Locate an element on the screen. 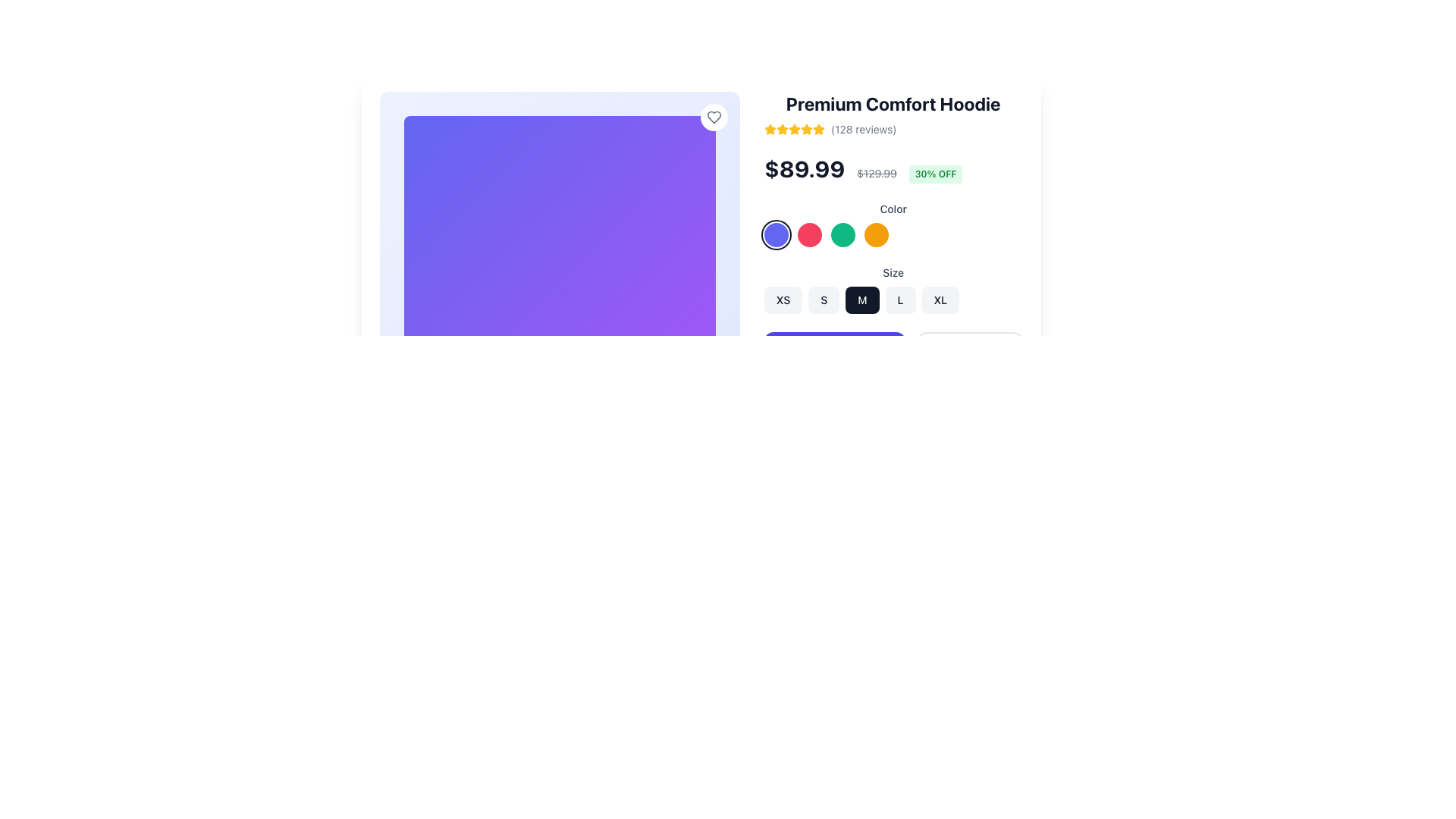 The image size is (1456, 819). price details from the price display section of the Text label group, which includes the current price ($89.99) and the original price ($129.99) with a strikethrough style, located beneath the title 'Premium Comfort Hoodie' is located at coordinates (893, 169).